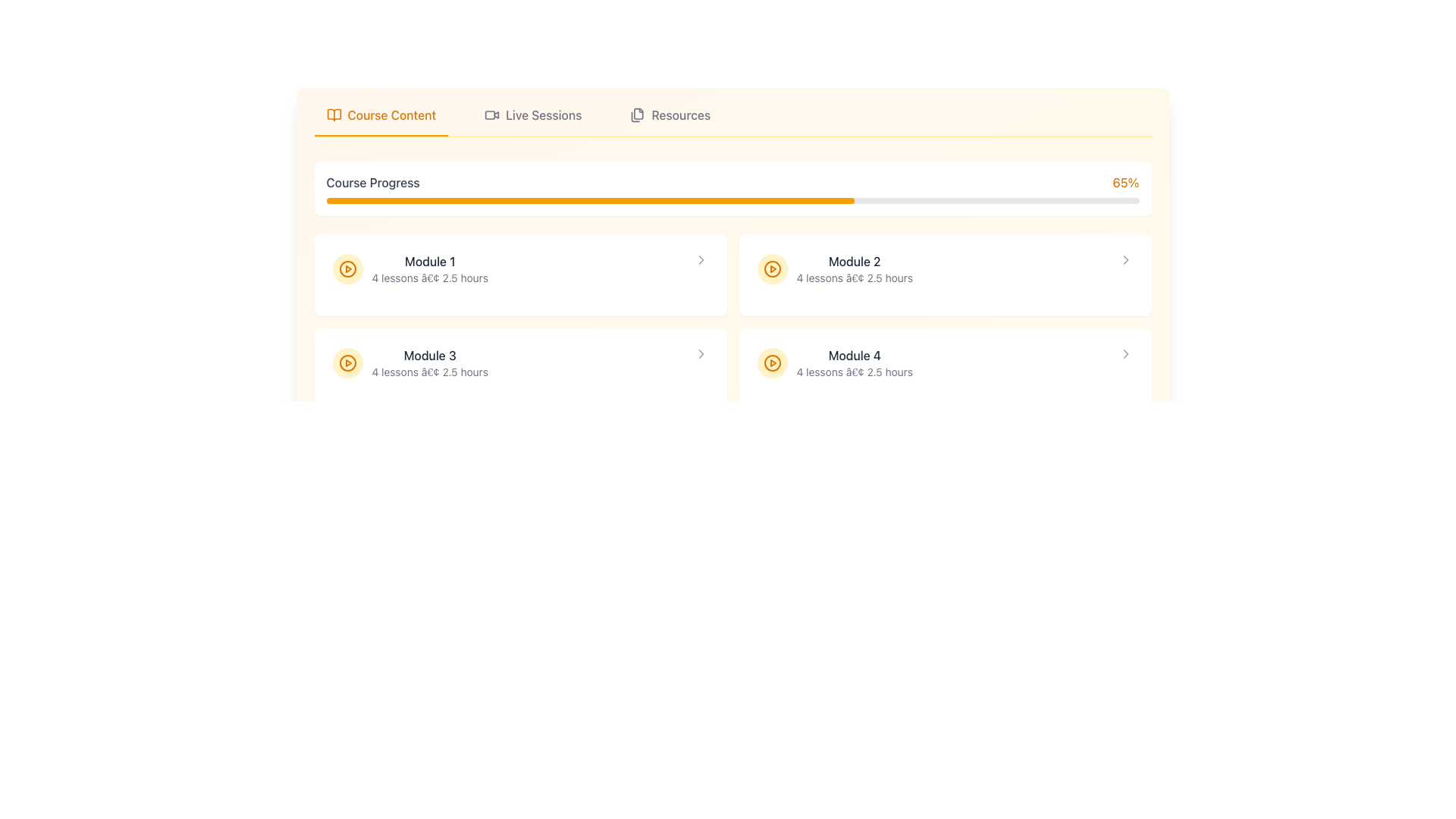 Image resolution: width=1456 pixels, height=819 pixels. Describe the element at coordinates (855, 260) in the screenshot. I see `the Text label containing the text 'Module 2', which is styled in bold and dark gray, located in the second module card of the second column in a 2x2 grid layout under the 'Course Progress' bar` at that location.